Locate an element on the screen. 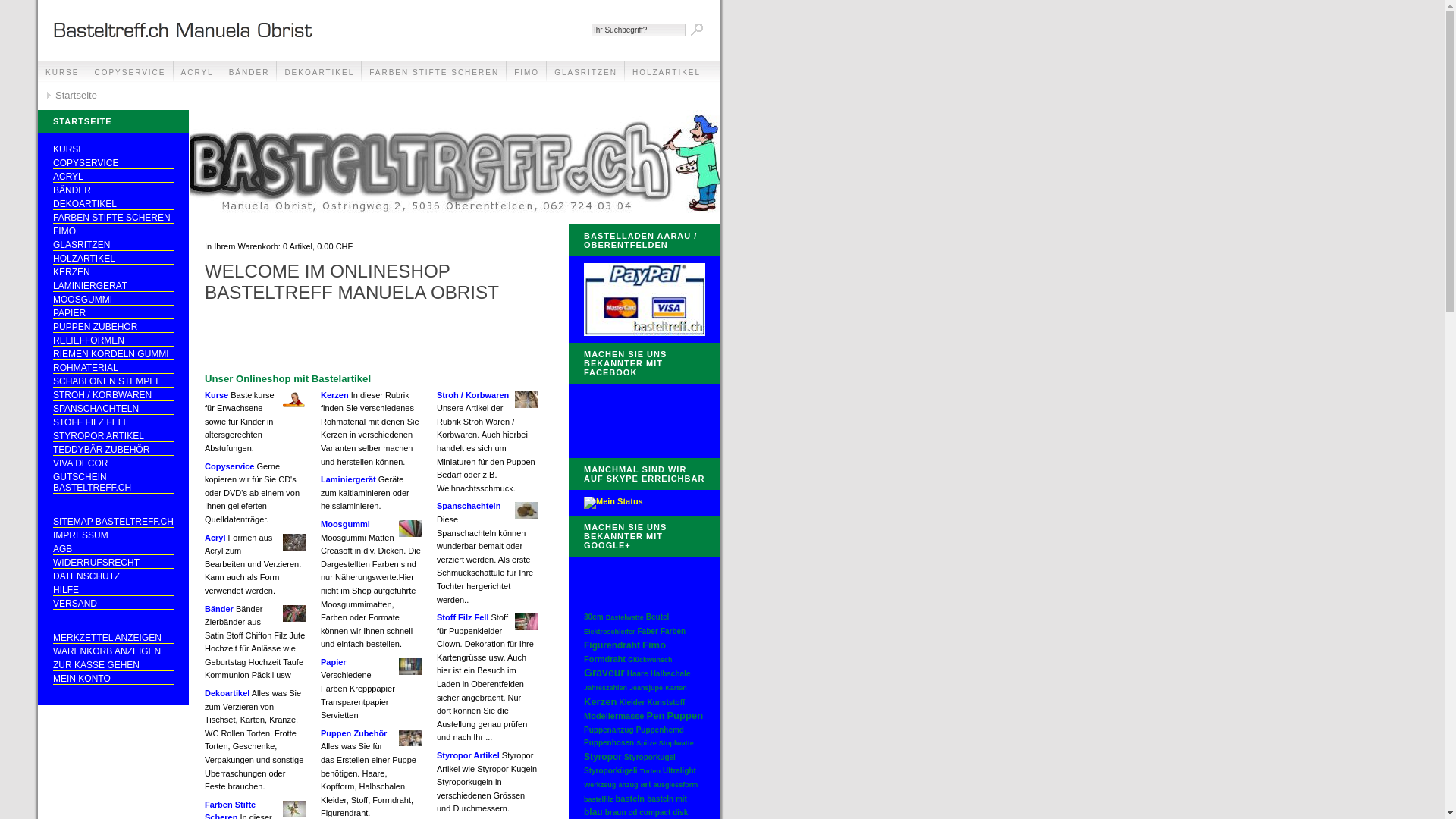 Image resolution: width=1456 pixels, height=819 pixels. 'Pen' is located at coordinates (647, 715).